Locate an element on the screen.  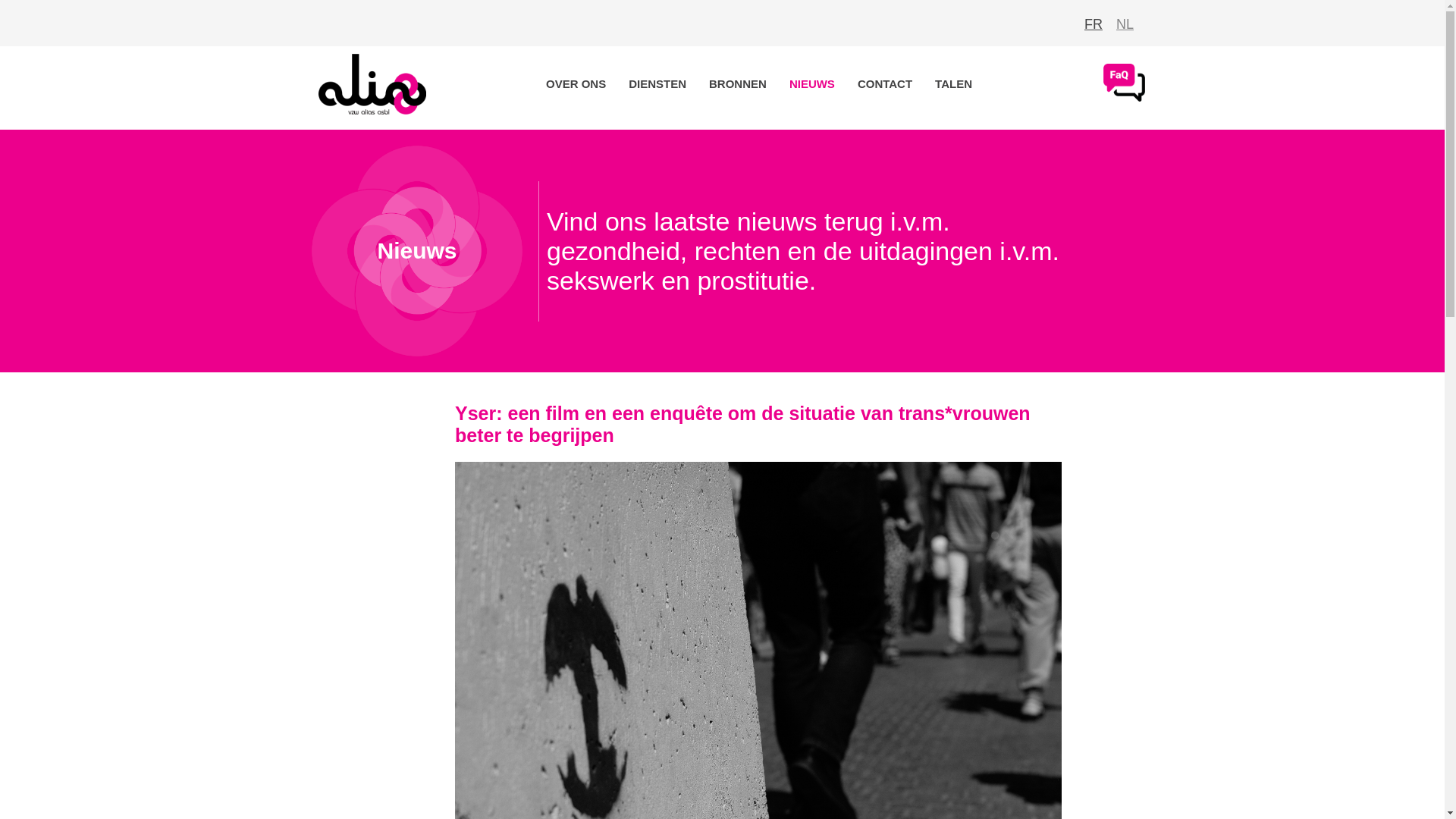
'FR' is located at coordinates (1093, 24).